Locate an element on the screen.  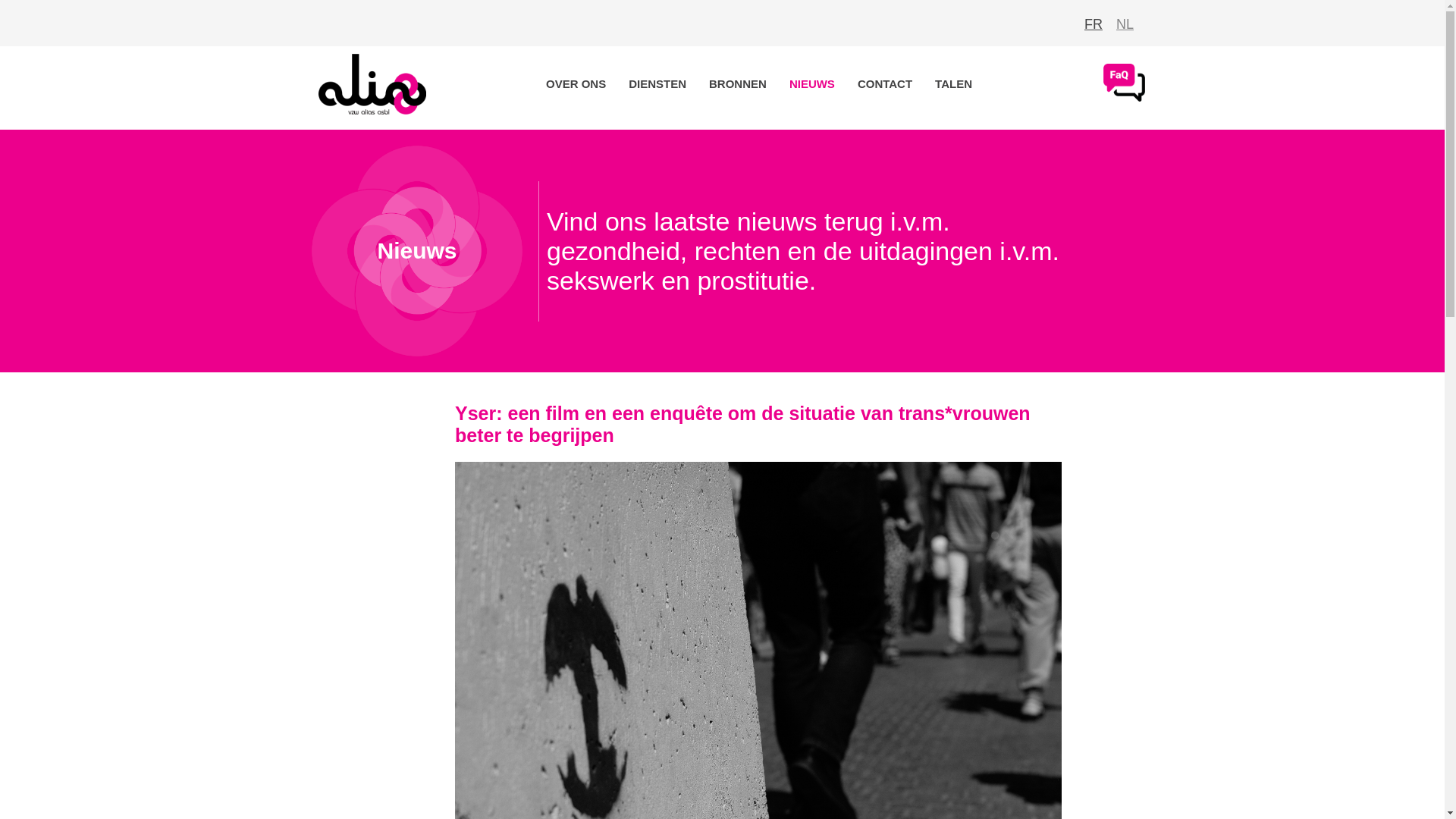
'FR' is located at coordinates (1093, 24).